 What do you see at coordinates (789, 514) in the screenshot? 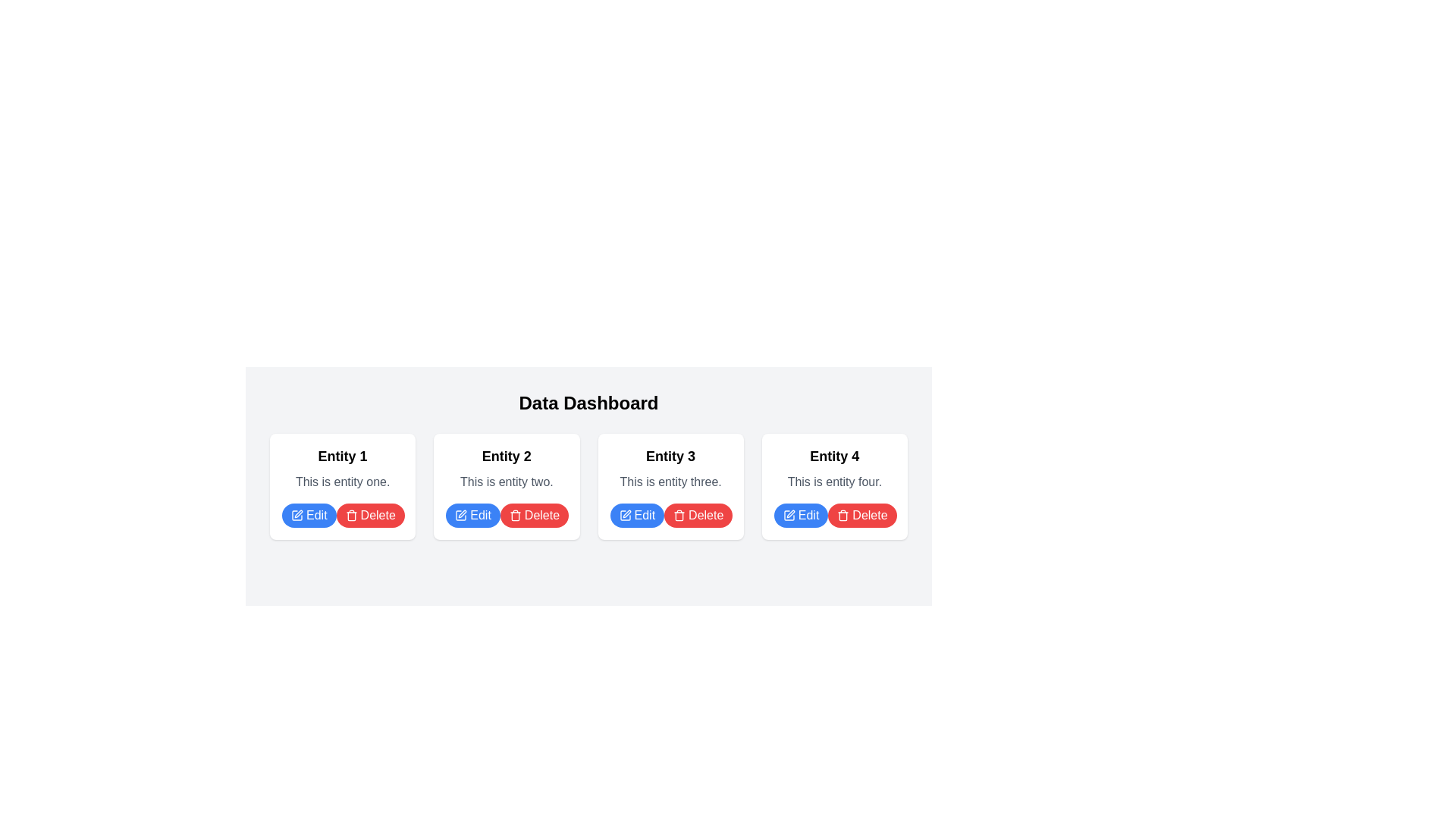
I see `the 'Edit' button associated with the pencil icon located in the fourth entity box under the 'Data Dashboard'` at bounding box center [789, 514].